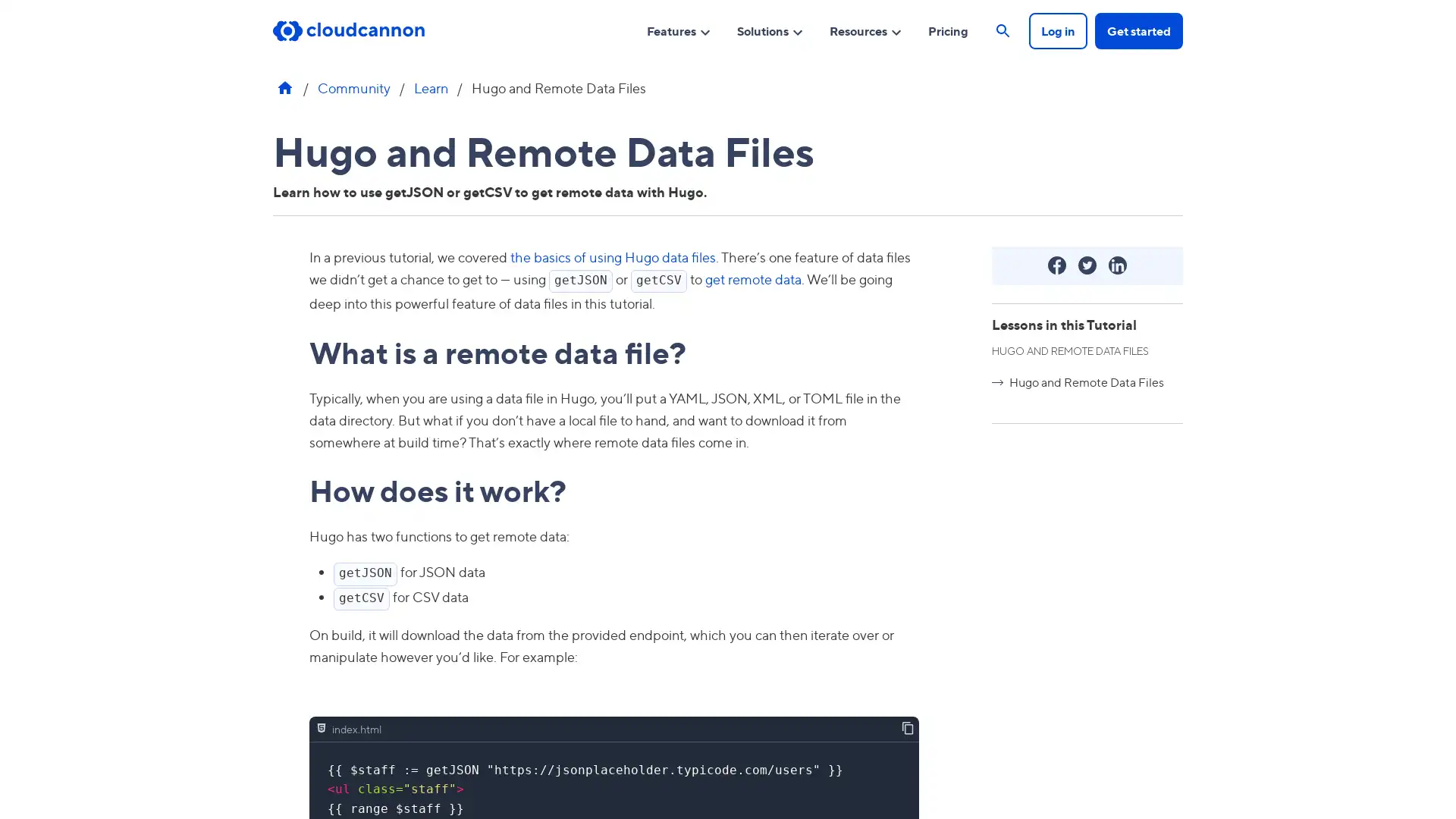 Image resolution: width=1456 pixels, height=819 pixels. I want to click on Features, so click(678, 30).